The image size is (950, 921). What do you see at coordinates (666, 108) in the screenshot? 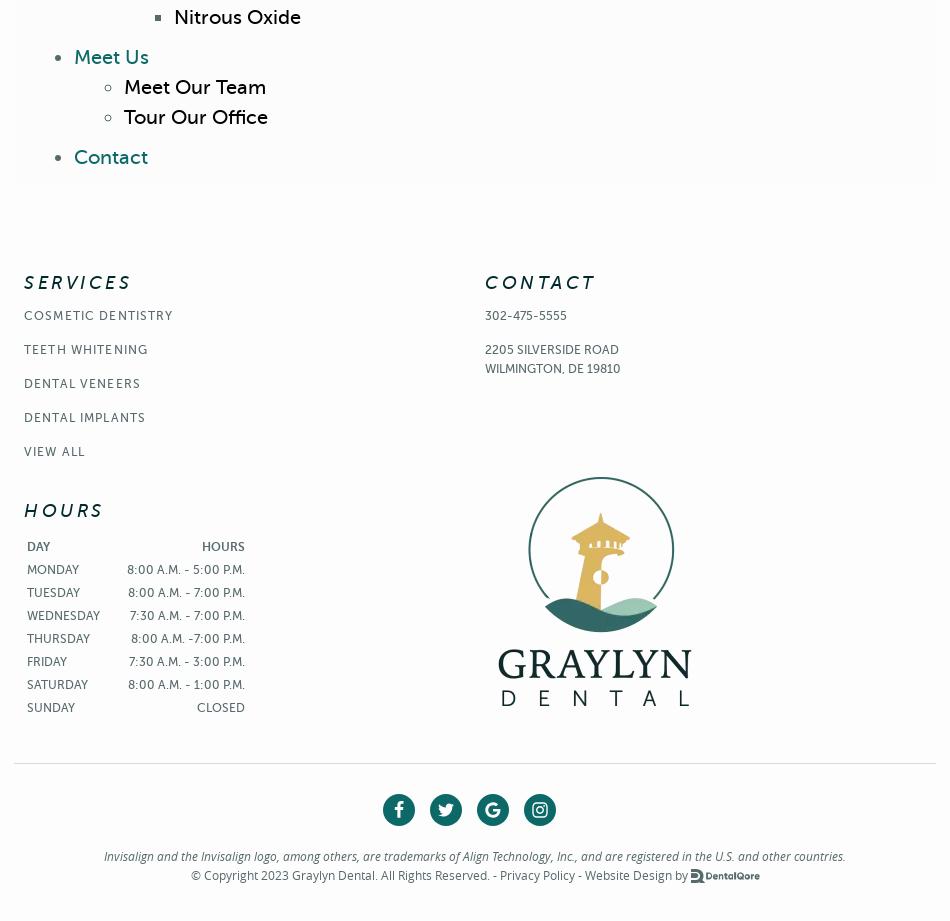
I see `'Call Us'` at bounding box center [666, 108].